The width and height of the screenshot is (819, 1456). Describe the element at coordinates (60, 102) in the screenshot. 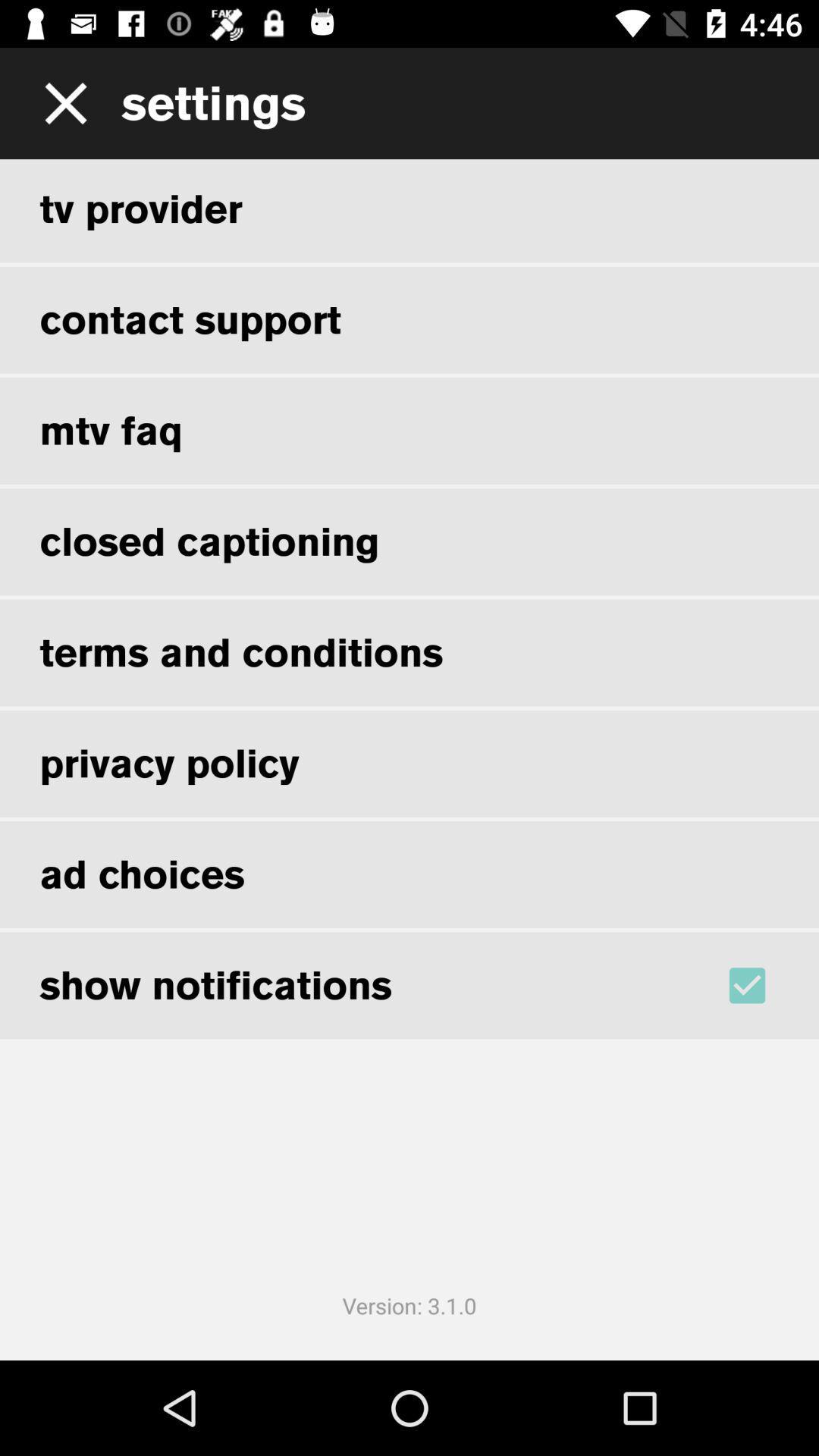

I see `menu` at that location.